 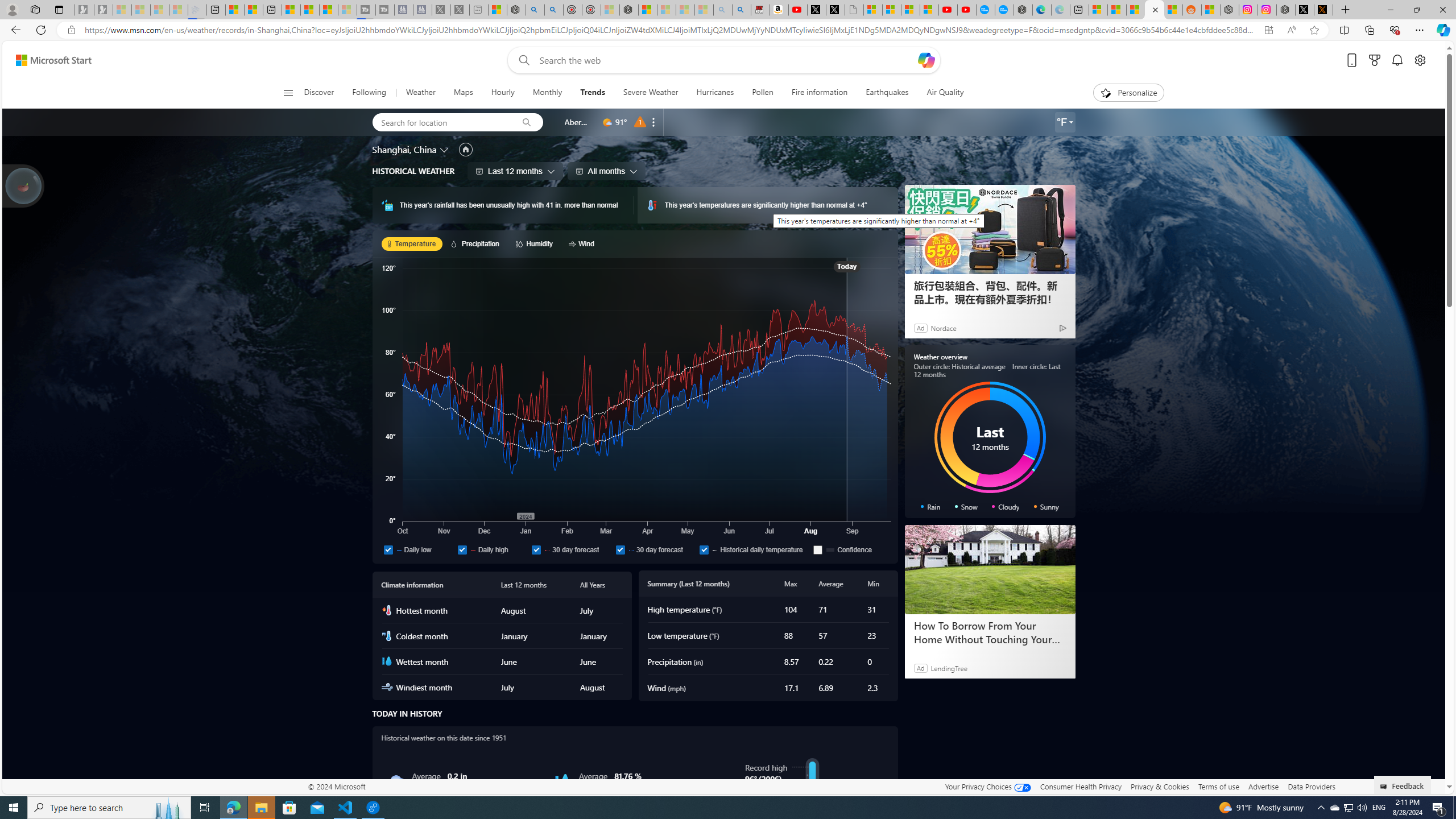 What do you see at coordinates (1080, 786) in the screenshot?
I see `'Consumer Health Privacy'` at bounding box center [1080, 786].